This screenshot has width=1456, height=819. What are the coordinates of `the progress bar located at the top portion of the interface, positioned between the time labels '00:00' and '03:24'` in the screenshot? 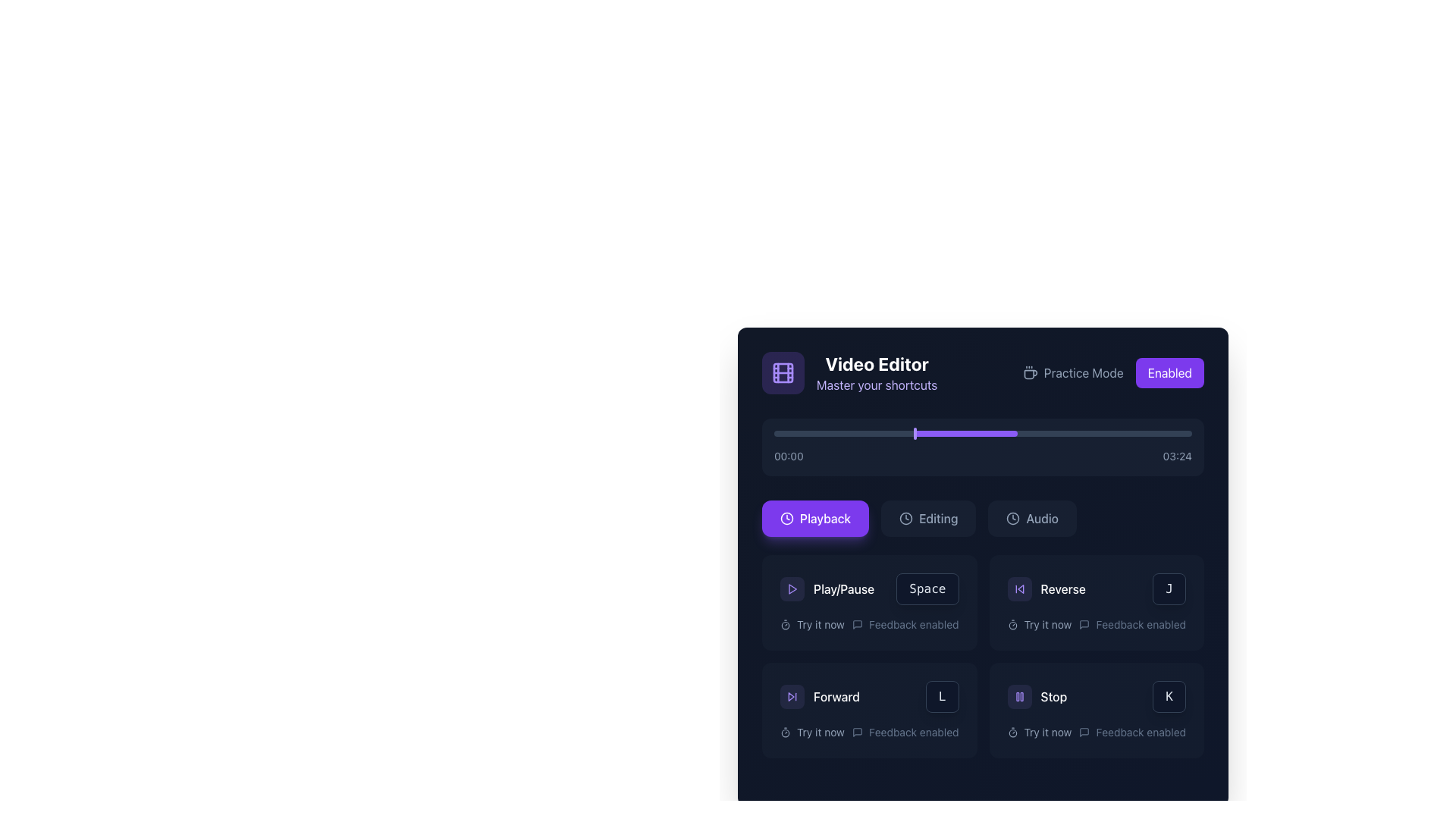 It's located at (965, 433).